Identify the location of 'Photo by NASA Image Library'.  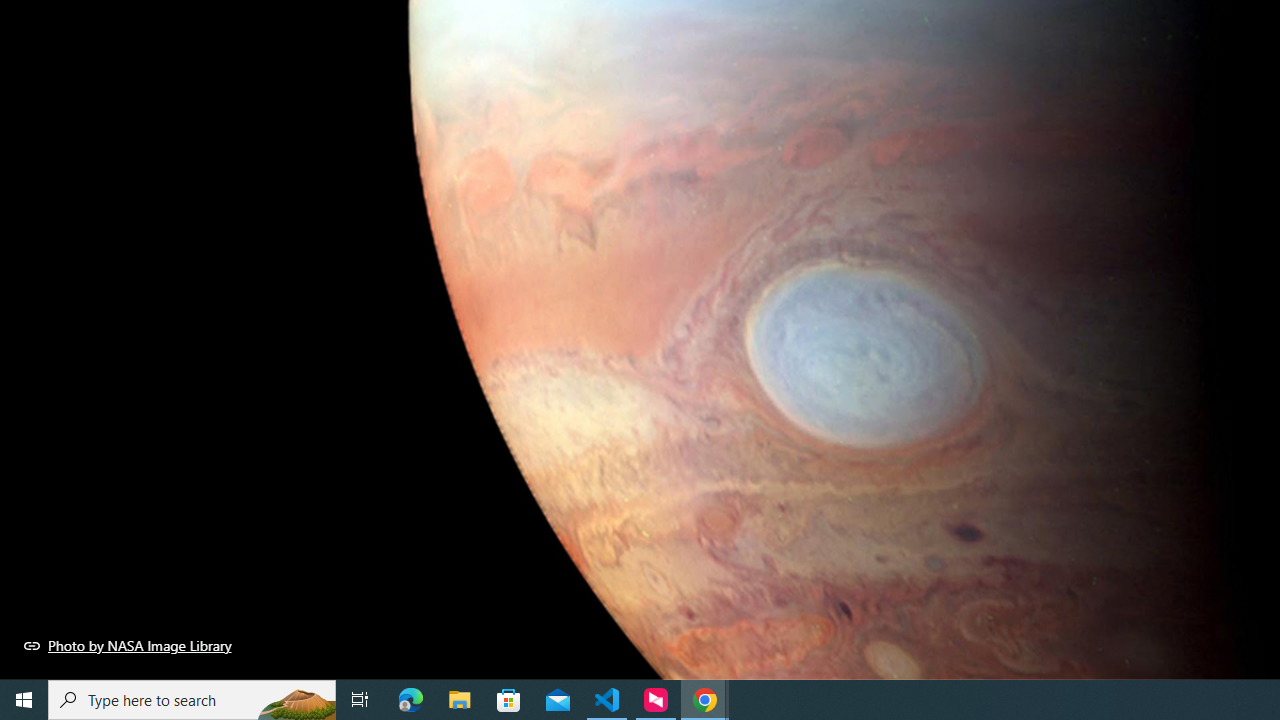
(127, 645).